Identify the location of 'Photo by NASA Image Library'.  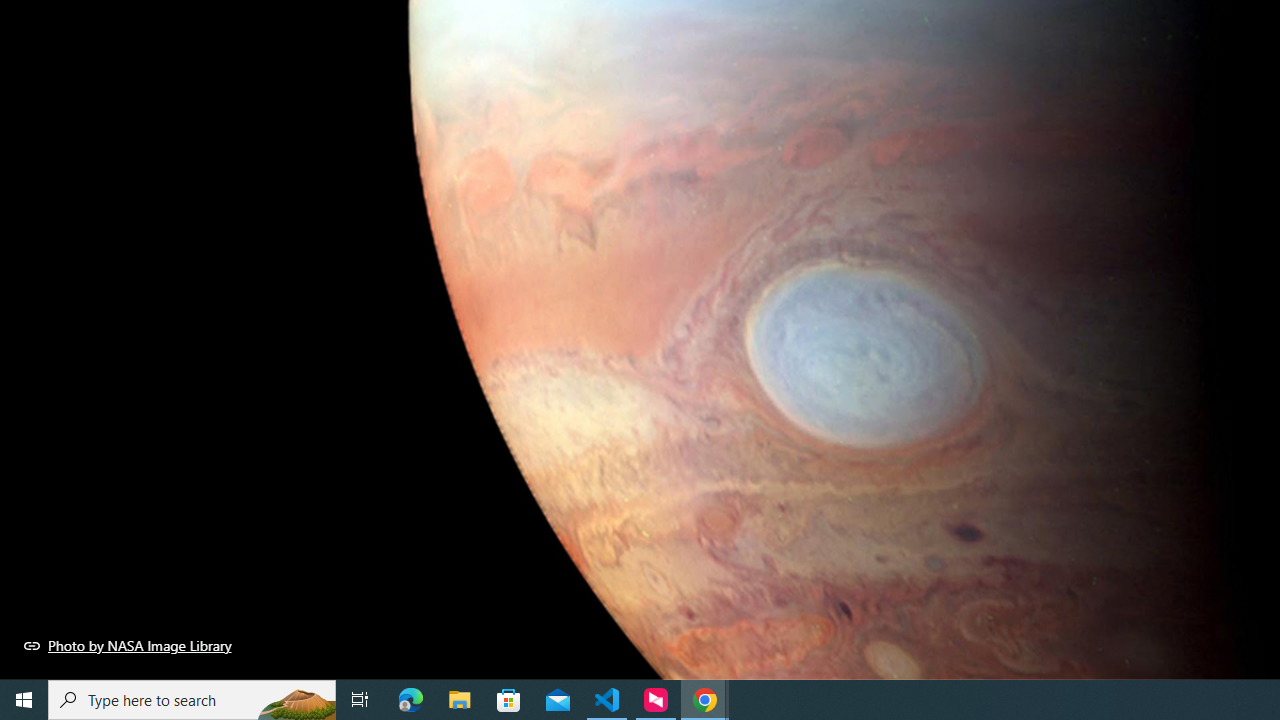
(127, 645).